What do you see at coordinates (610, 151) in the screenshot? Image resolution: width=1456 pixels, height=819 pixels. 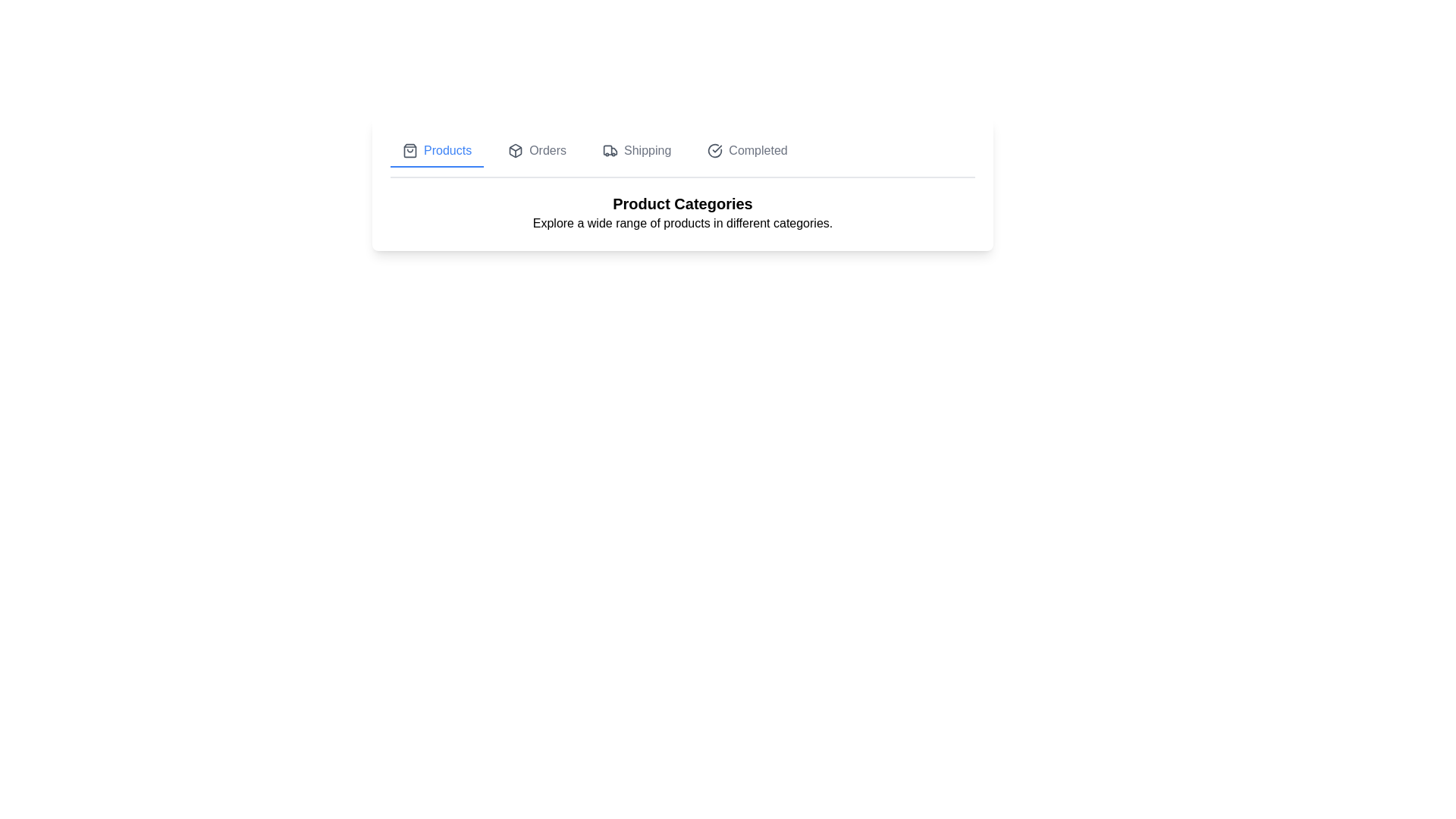 I see `the truck SVG icon located within the 'Shipping' tab of the navigation menu` at bounding box center [610, 151].